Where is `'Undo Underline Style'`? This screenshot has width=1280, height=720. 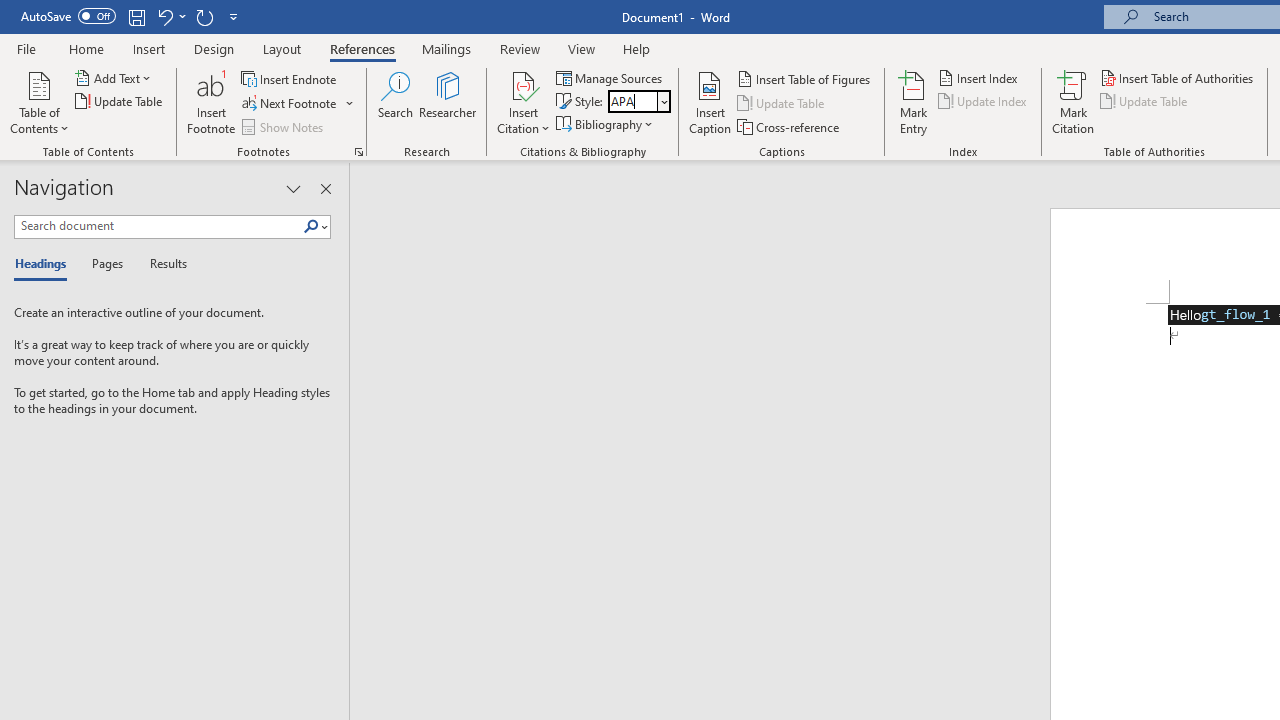 'Undo Underline Style' is located at coordinates (170, 16).